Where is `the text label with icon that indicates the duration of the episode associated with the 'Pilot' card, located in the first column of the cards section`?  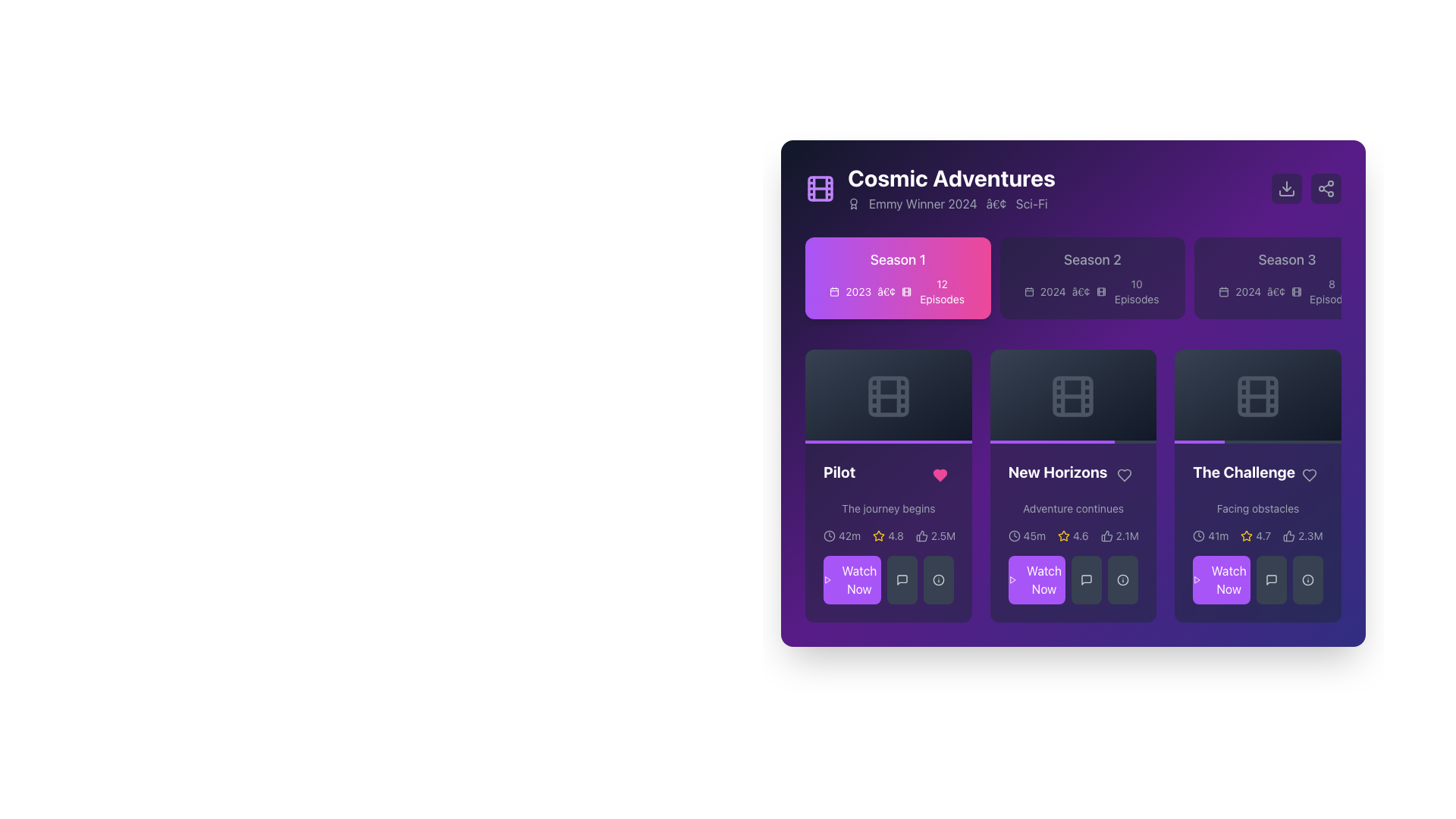
the text label with icon that indicates the duration of the episode associated with the 'Pilot' card, located in the first column of the cards section is located at coordinates (841, 535).